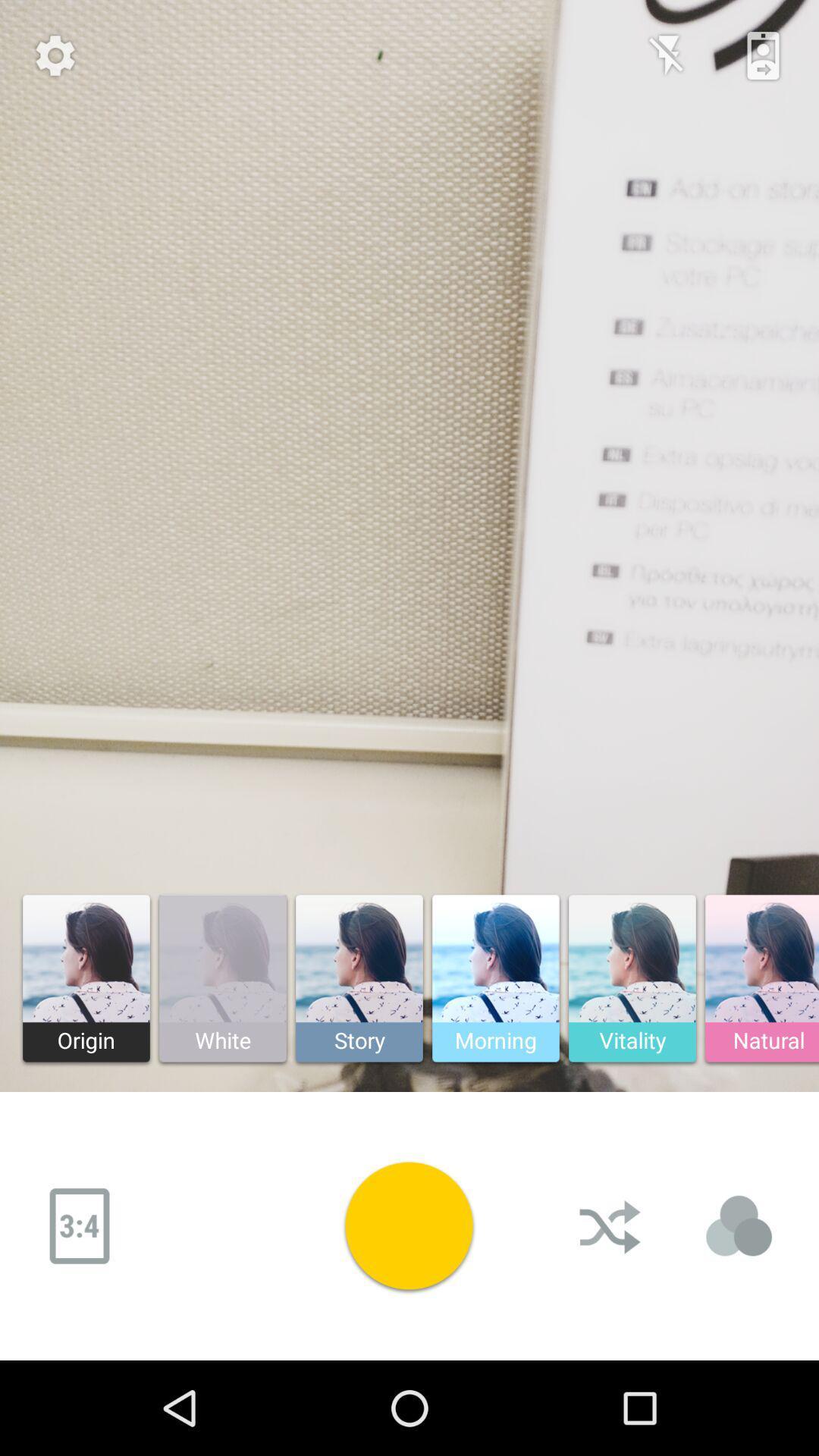 The height and width of the screenshot is (1456, 819). I want to click on the settings icon, so click(55, 55).